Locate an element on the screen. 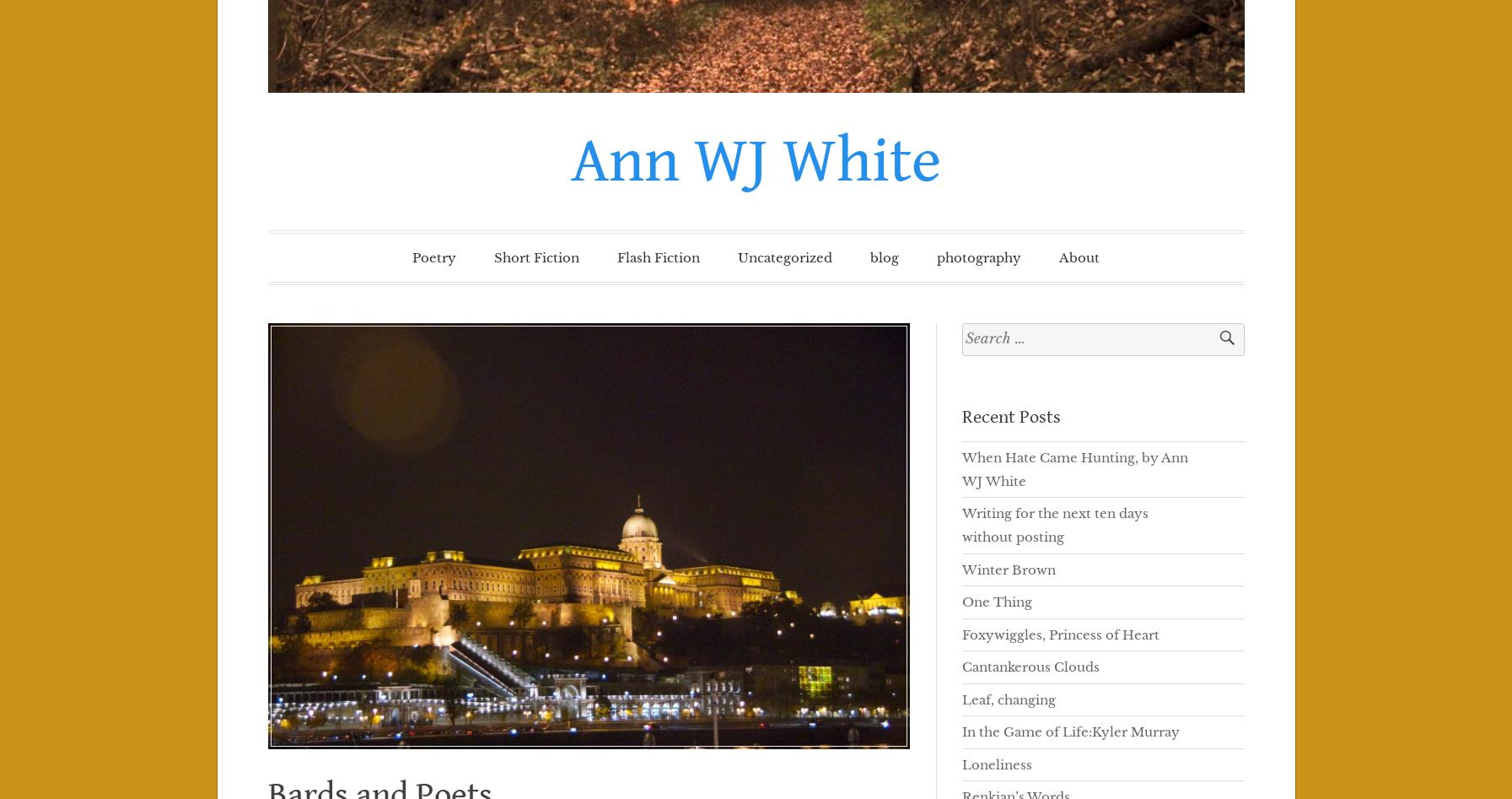  'About' is located at coordinates (1079, 256).